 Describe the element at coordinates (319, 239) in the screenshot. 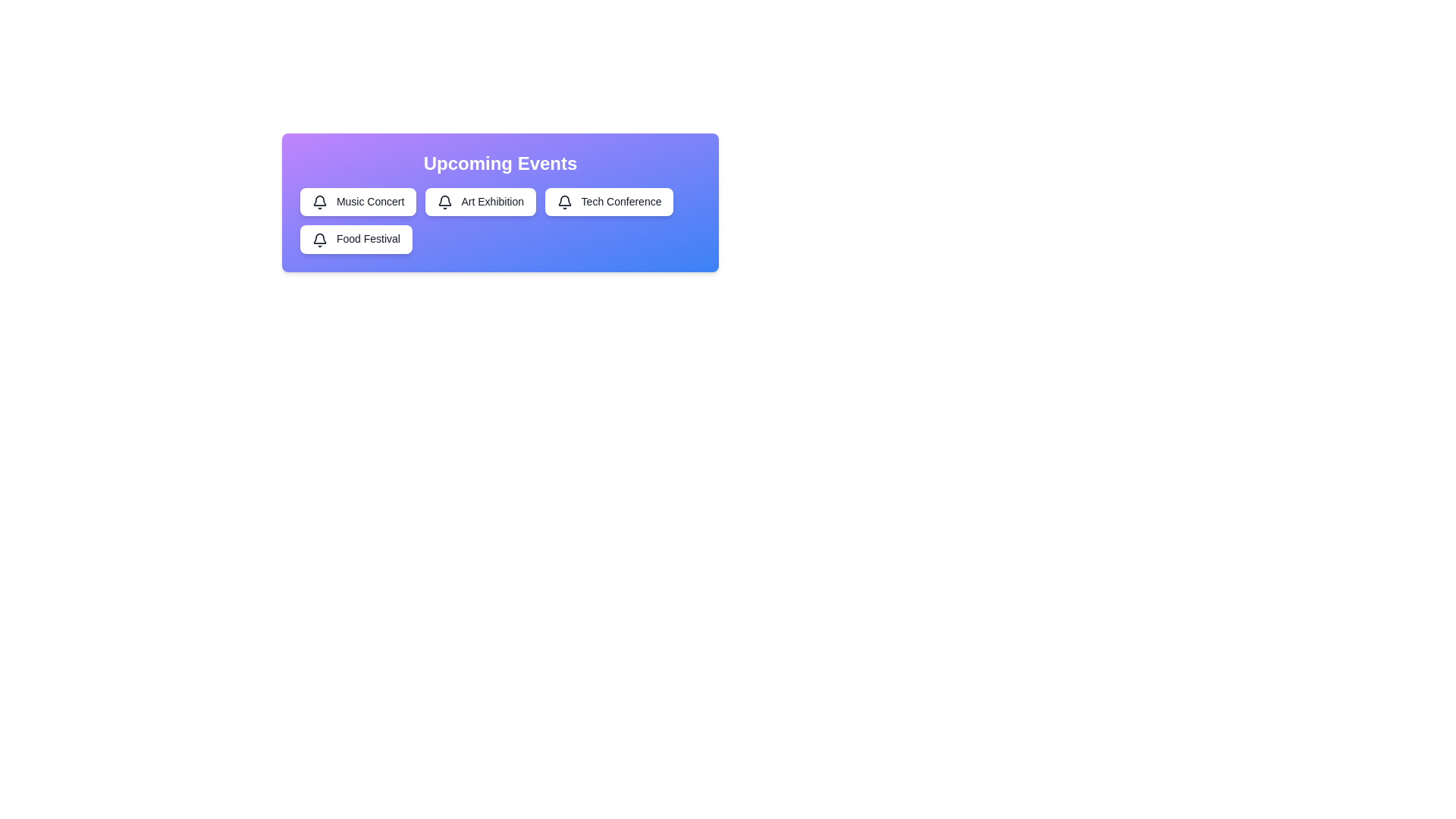

I see `the icon next to the event Food Festival` at that location.